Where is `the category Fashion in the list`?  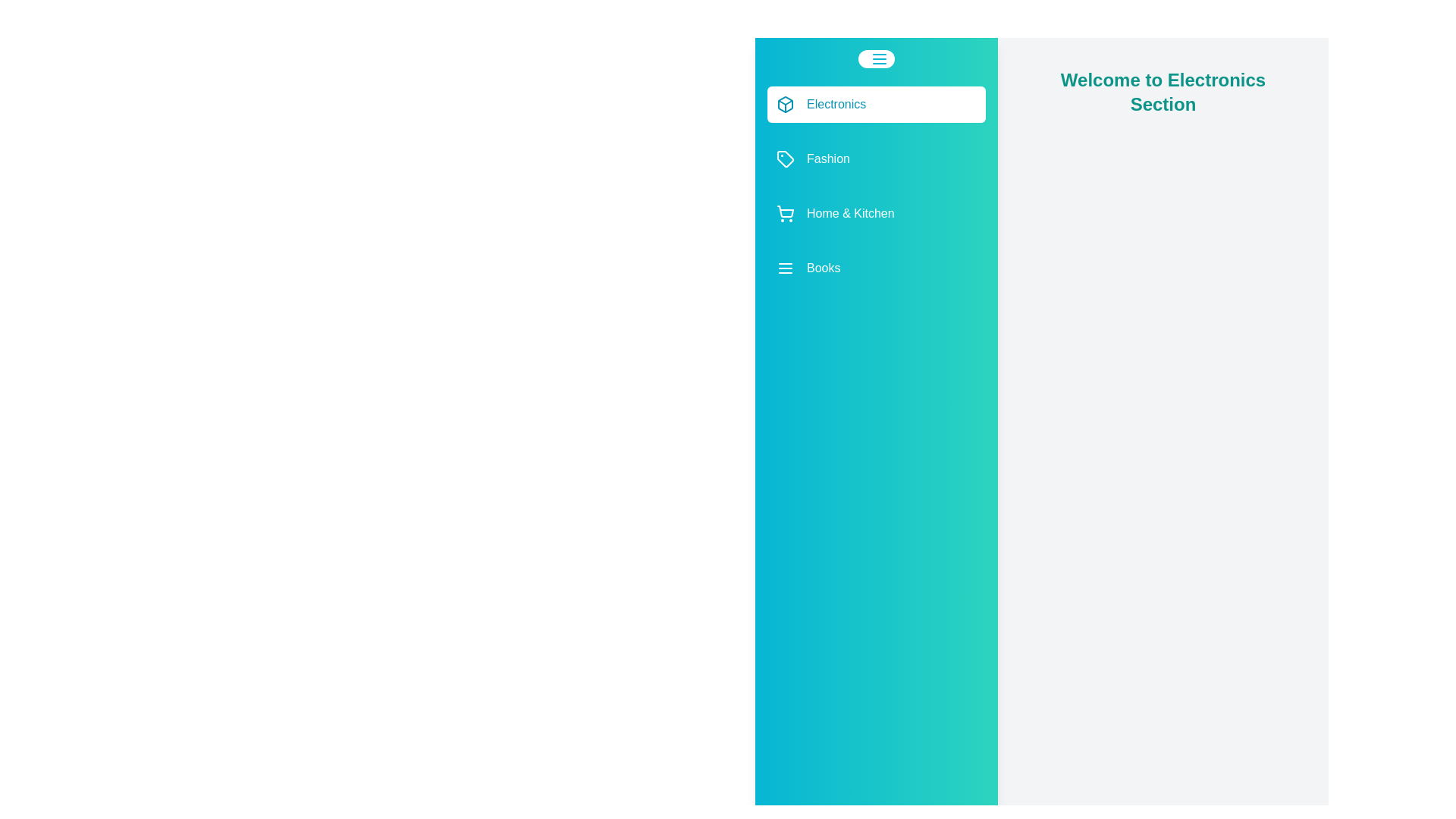
the category Fashion in the list is located at coordinates (877, 158).